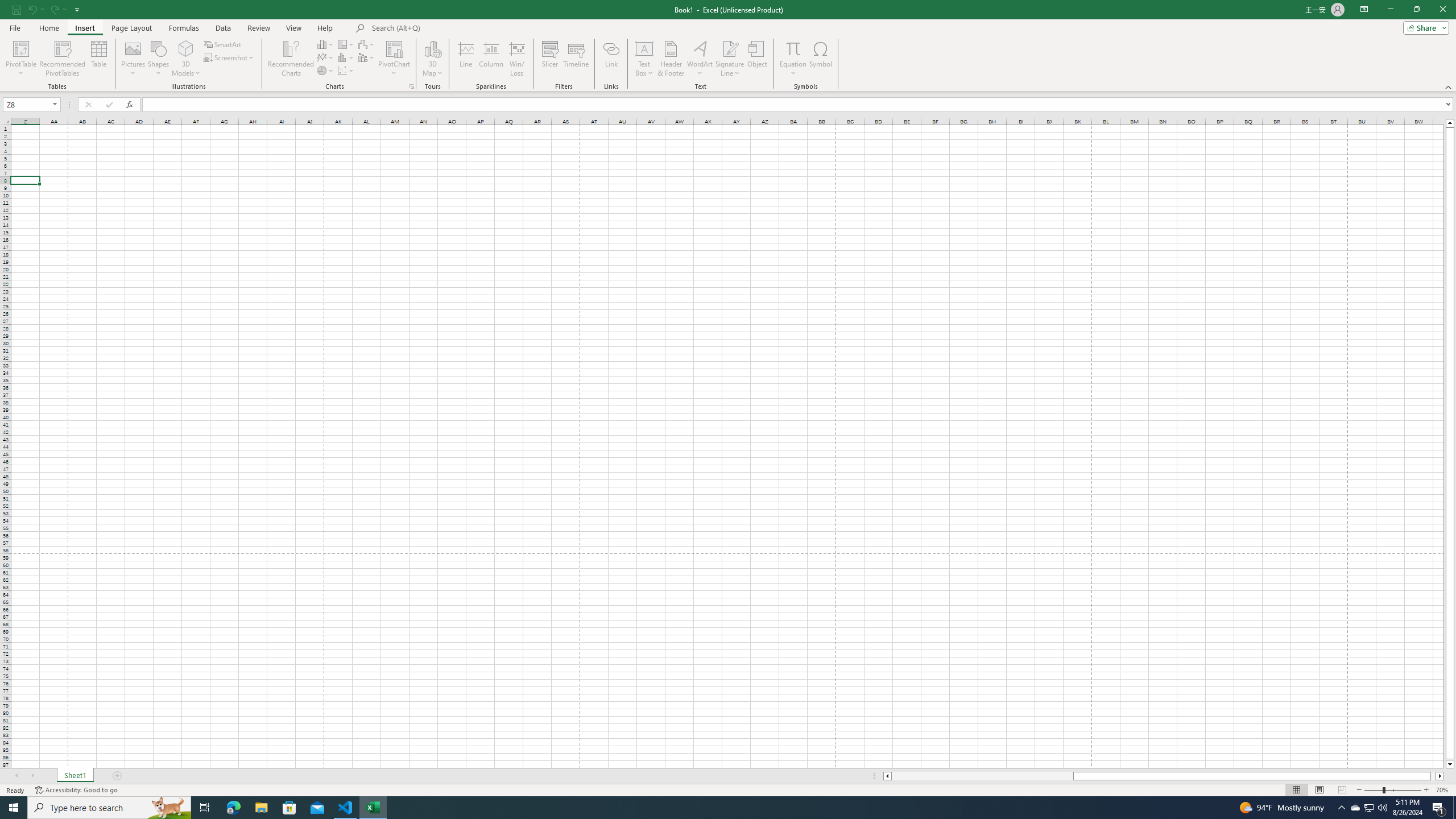 The image size is (1456, 819). Describe the element at coordinates (671, 59) in the screenshot. I see `'Header & Footer...'` at that location.